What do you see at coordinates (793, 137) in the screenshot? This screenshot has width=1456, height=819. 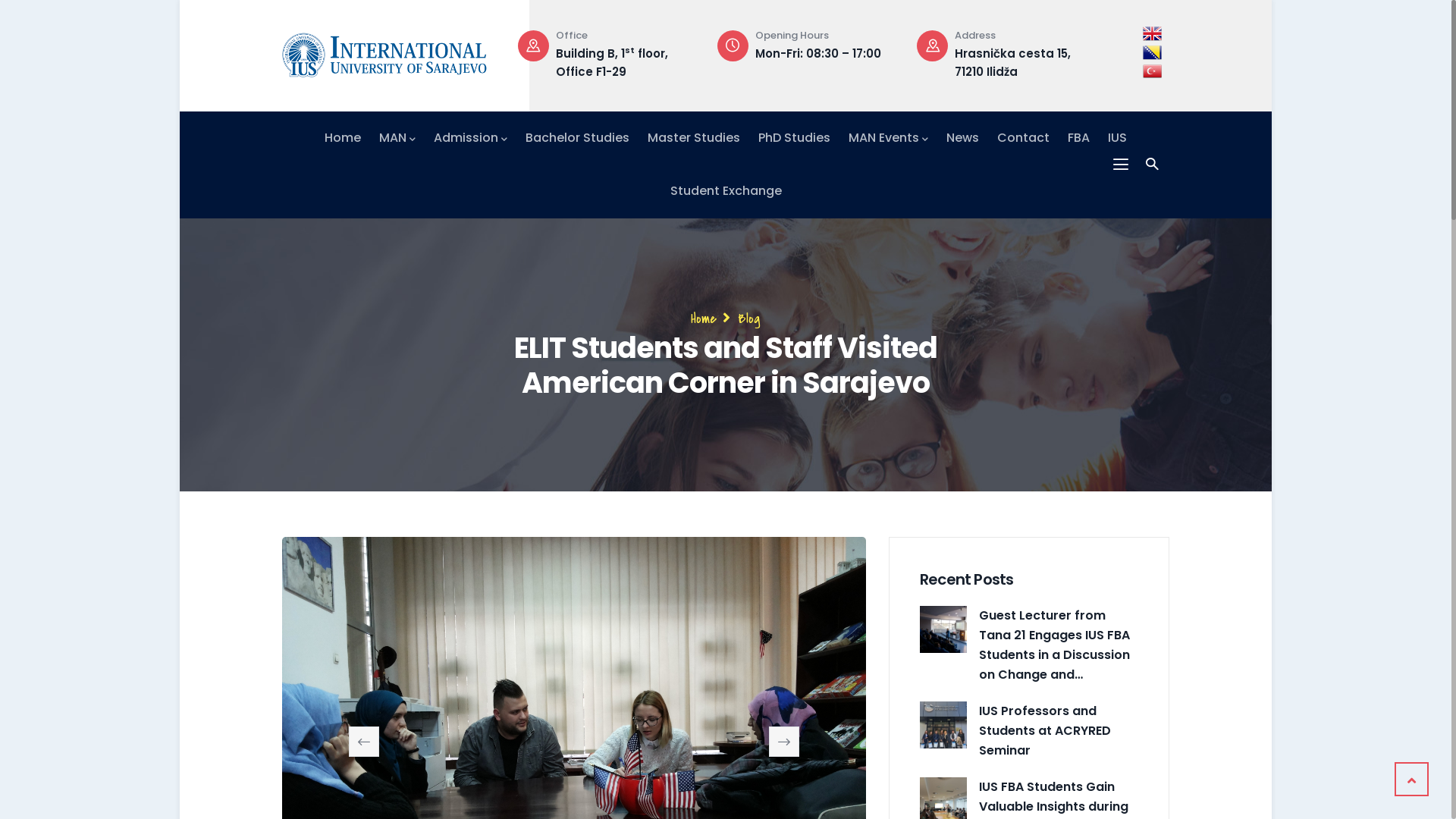 I see `'PhD Studies'` at bounding box center [793, 137].